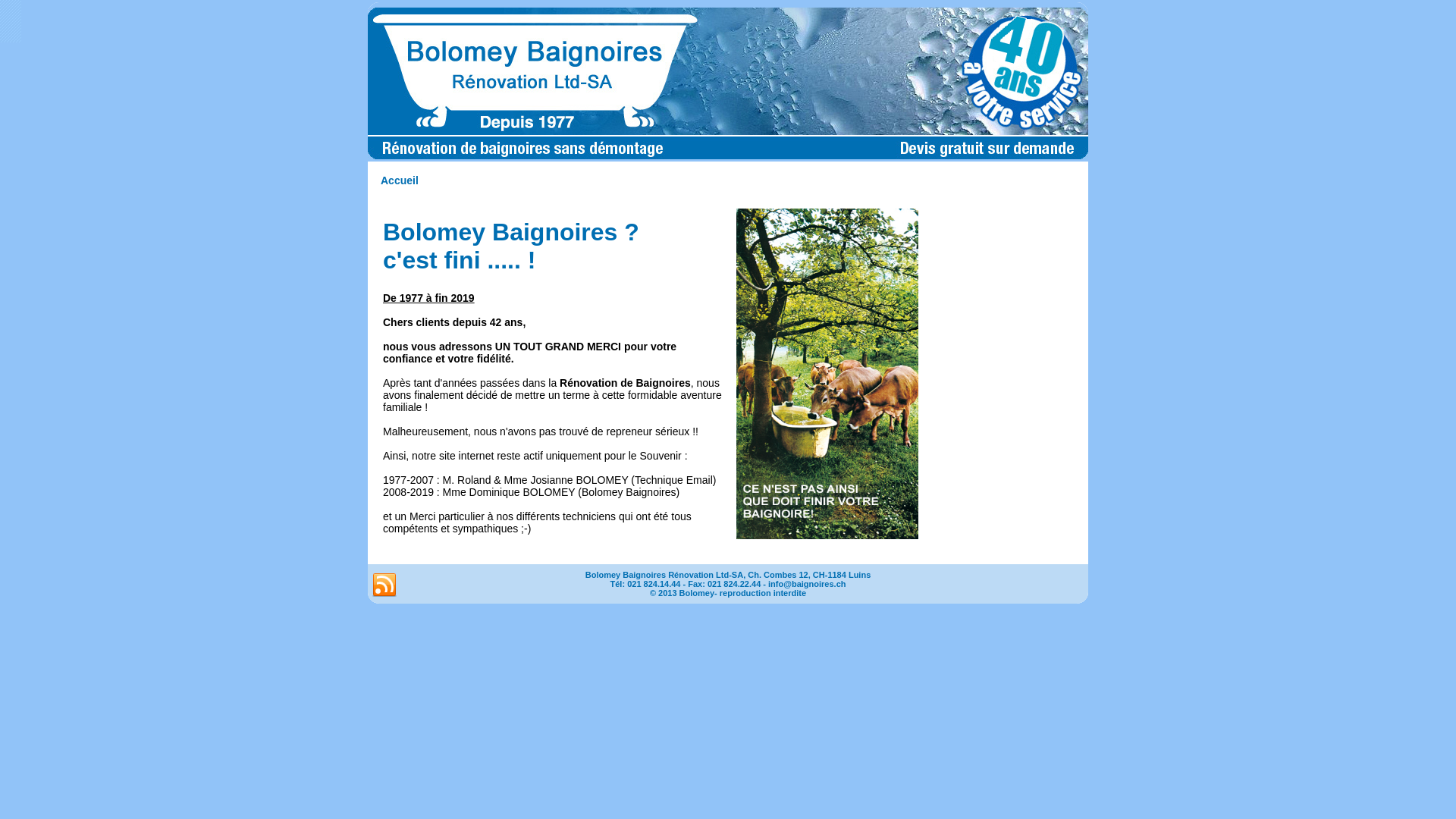 The width and height of the screenshot is (1456, 819). I want to click on 'RSS', so click(372, 584).